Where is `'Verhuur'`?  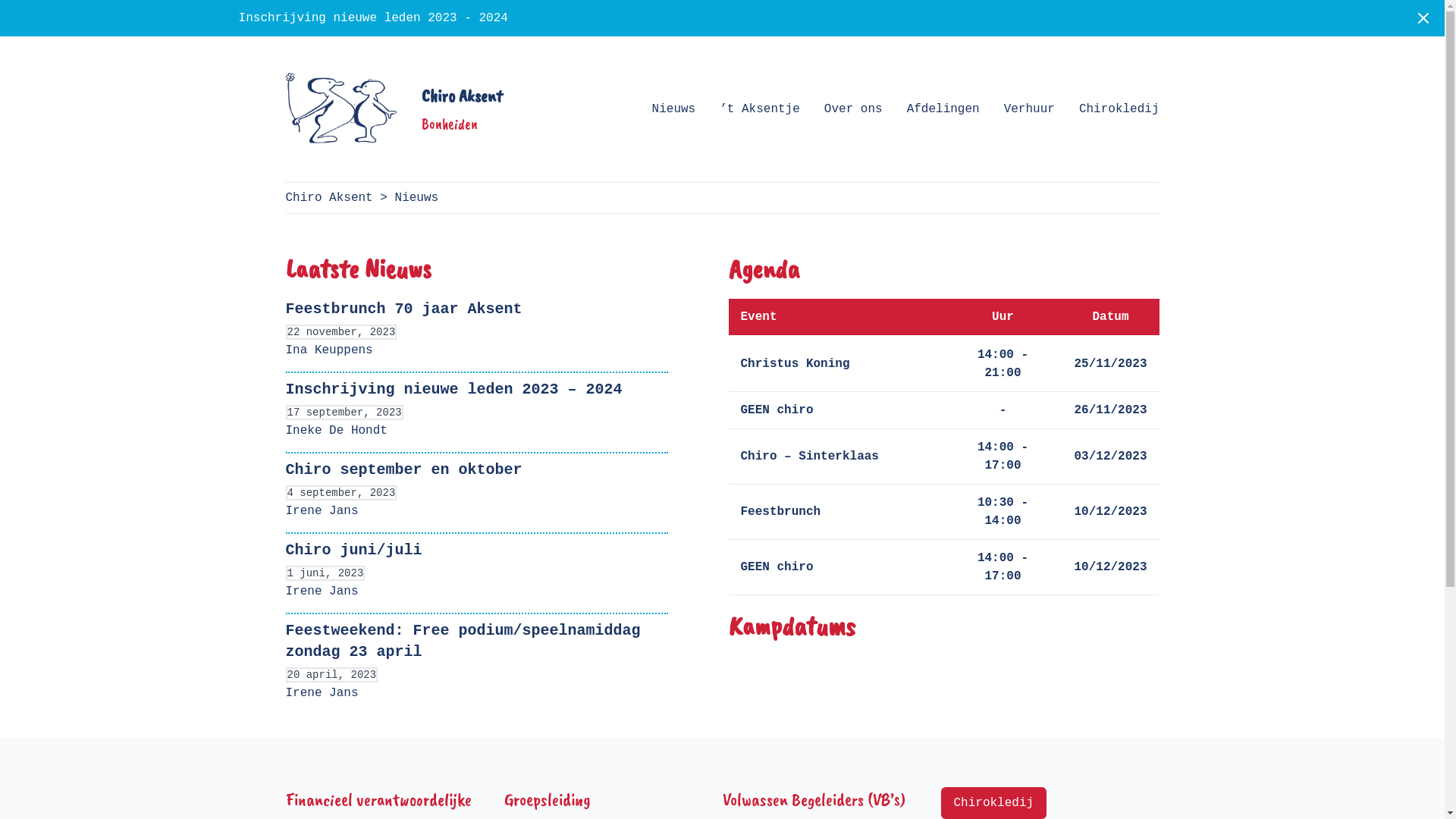
'Verhuur' is located at coordinates (1029, 108).